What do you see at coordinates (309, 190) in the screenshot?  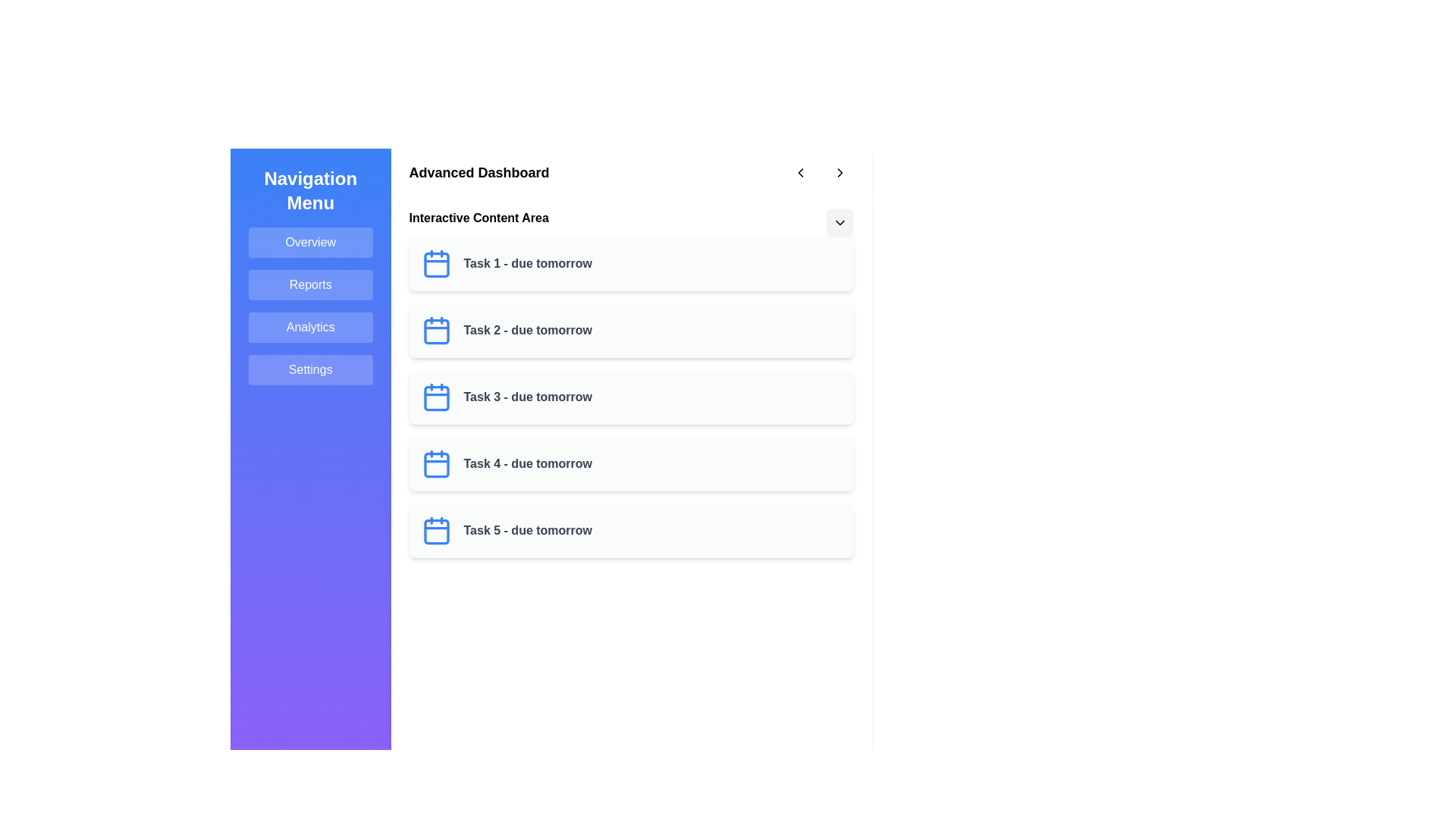 I see `the static text label serving as the title for the navigation menu in the sidebar` at bounding box center [309, 190].